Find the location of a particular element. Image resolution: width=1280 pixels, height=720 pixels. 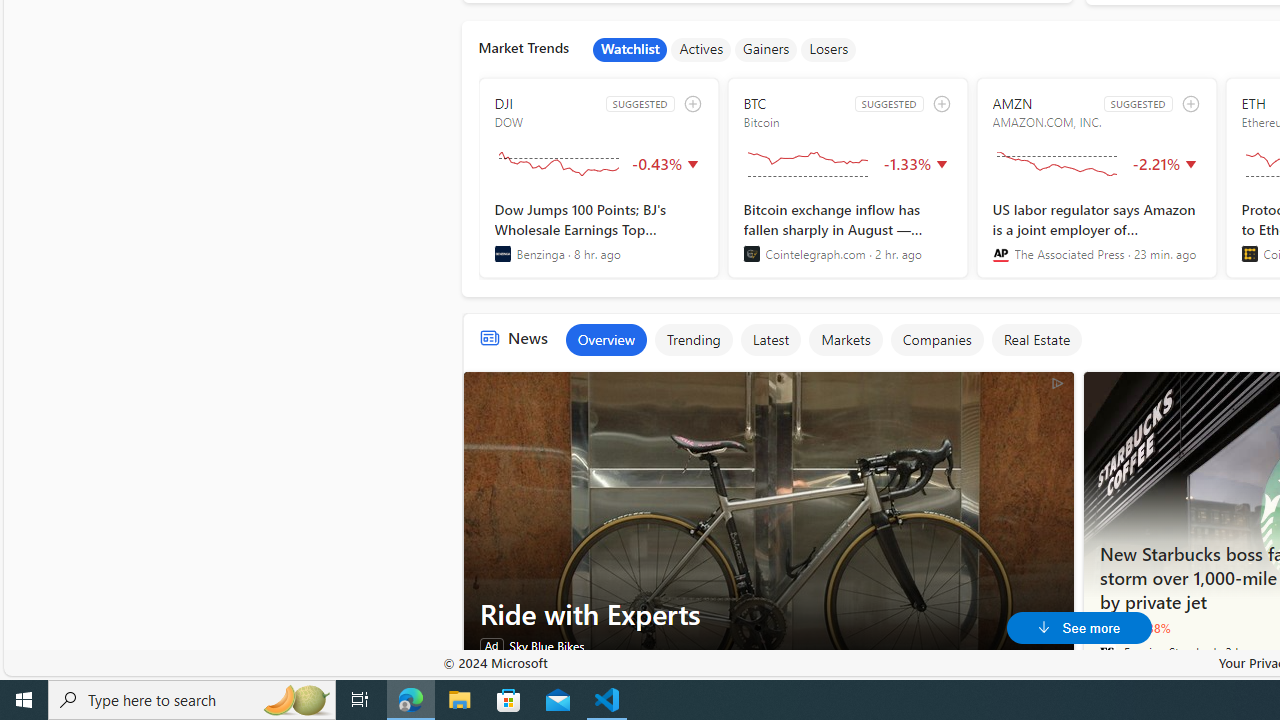

'add to watchlist' is located at coordinates (1190, 104).